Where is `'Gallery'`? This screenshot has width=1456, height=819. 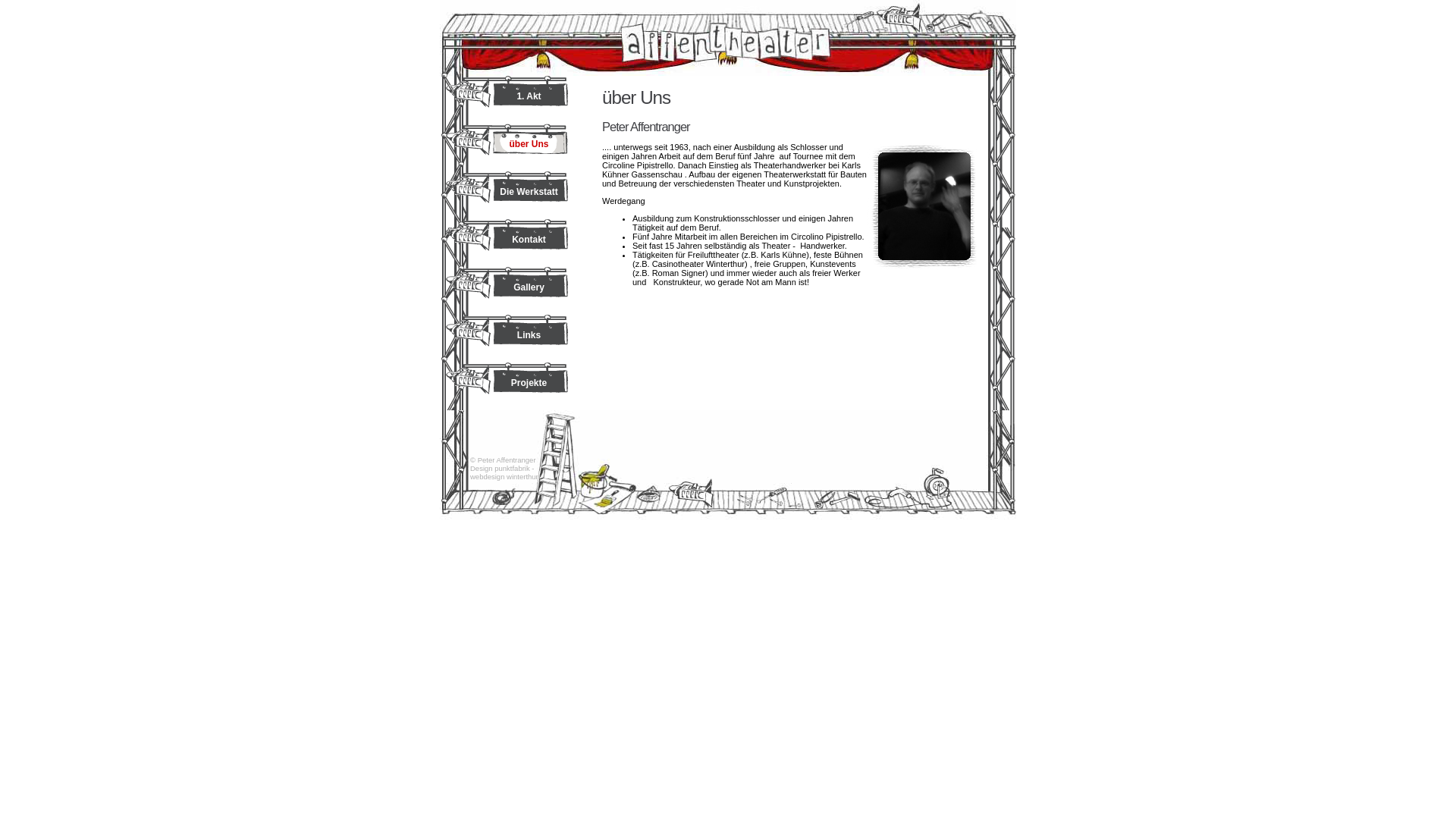 'Gallery' is located at coordinates (507, 290).